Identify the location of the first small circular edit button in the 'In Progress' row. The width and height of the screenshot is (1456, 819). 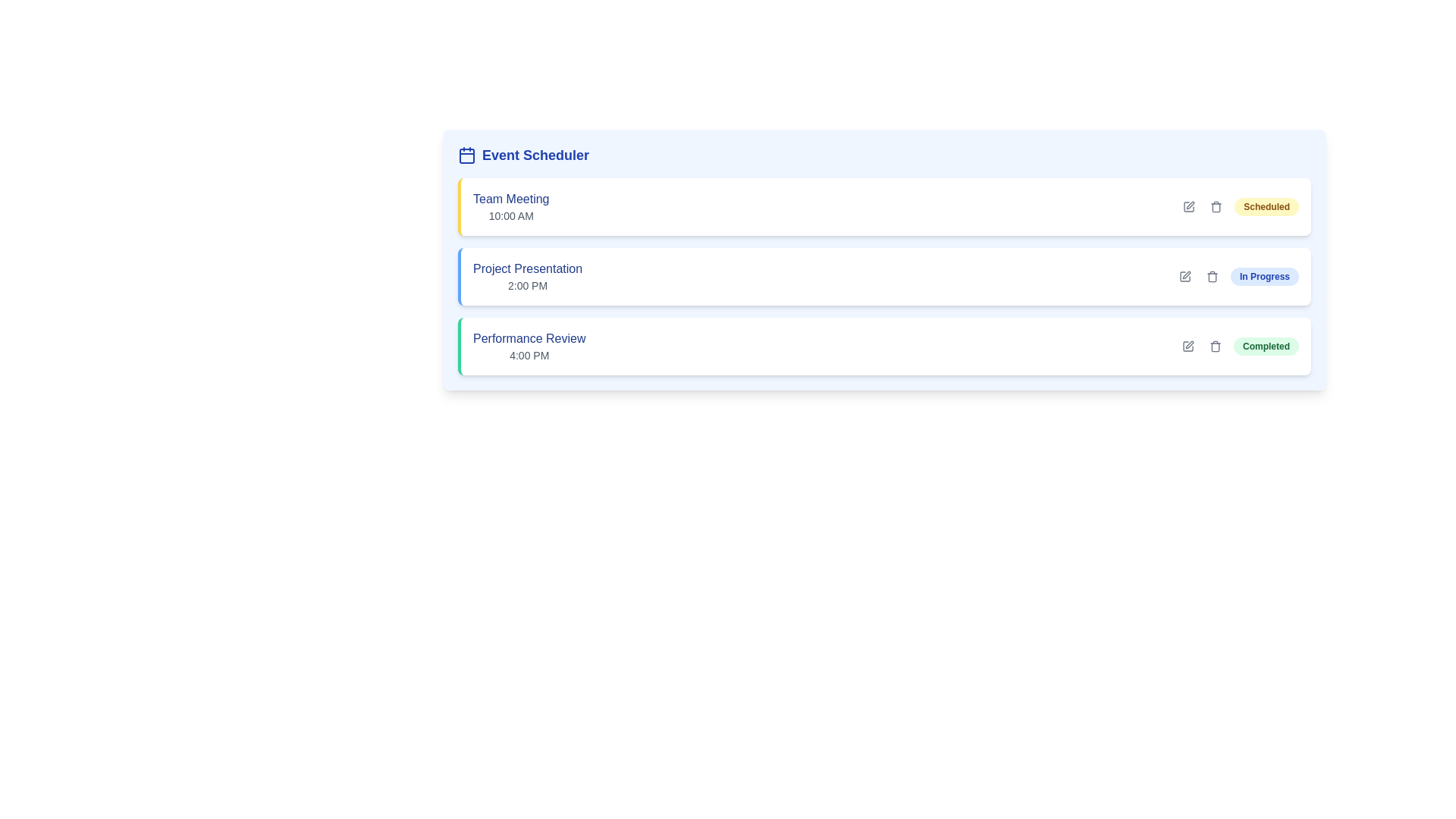
(1184, 277).